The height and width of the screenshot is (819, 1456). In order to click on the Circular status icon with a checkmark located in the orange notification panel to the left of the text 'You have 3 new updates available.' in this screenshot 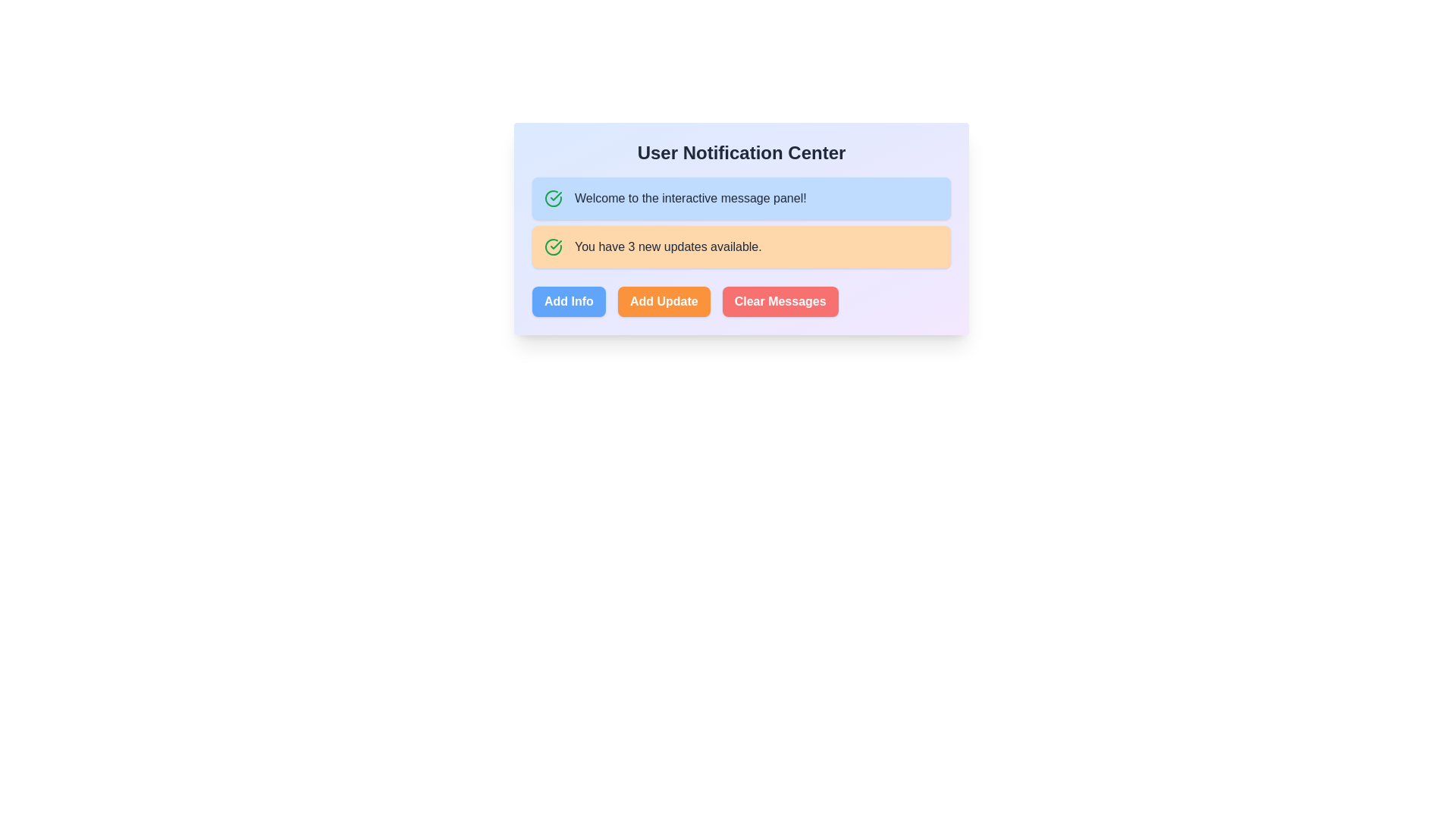, I will do `click(552, 245)`.